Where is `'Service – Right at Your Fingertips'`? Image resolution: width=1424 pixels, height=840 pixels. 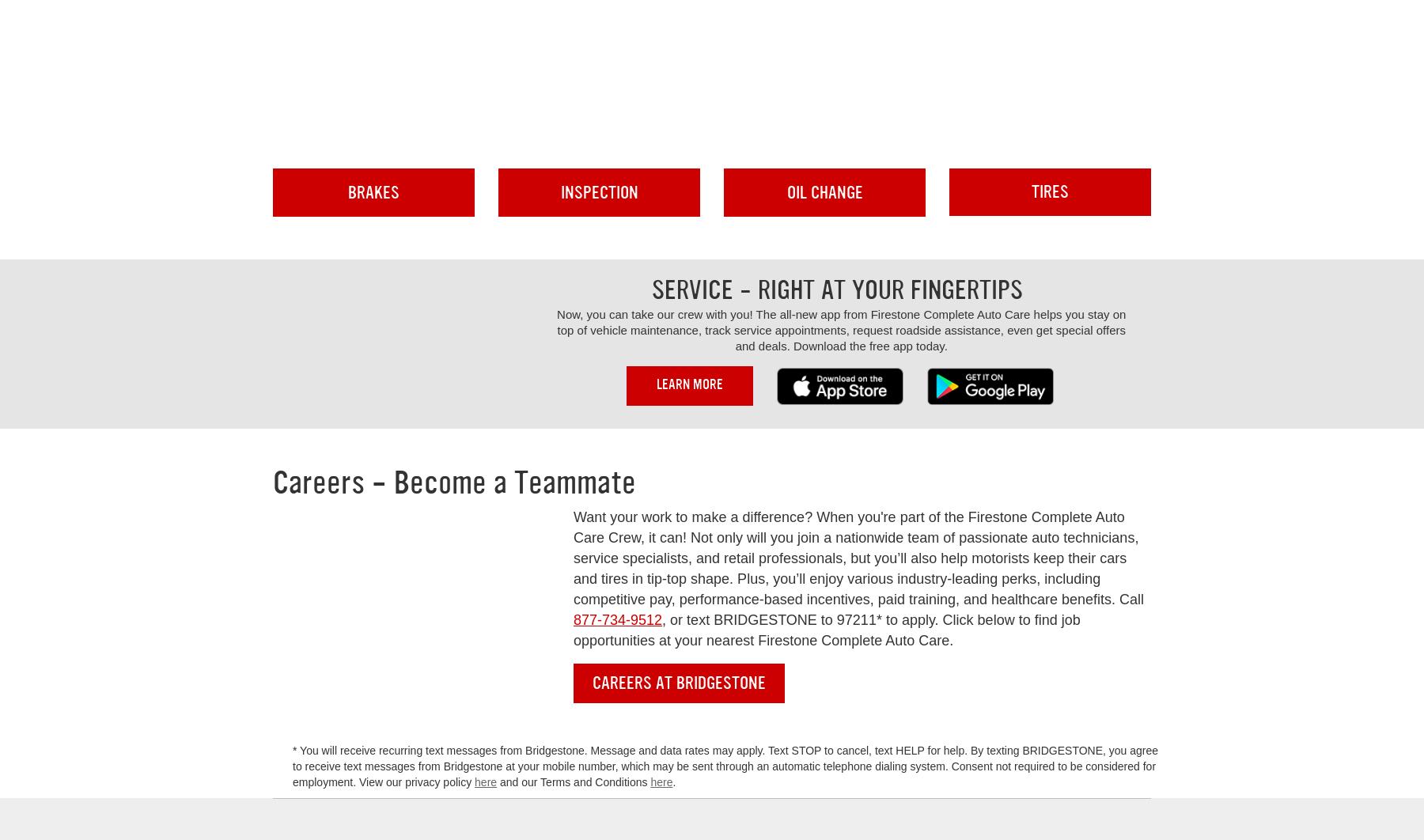
'Service – Right at Your Fingertips' is located at coordinates (837, 289).